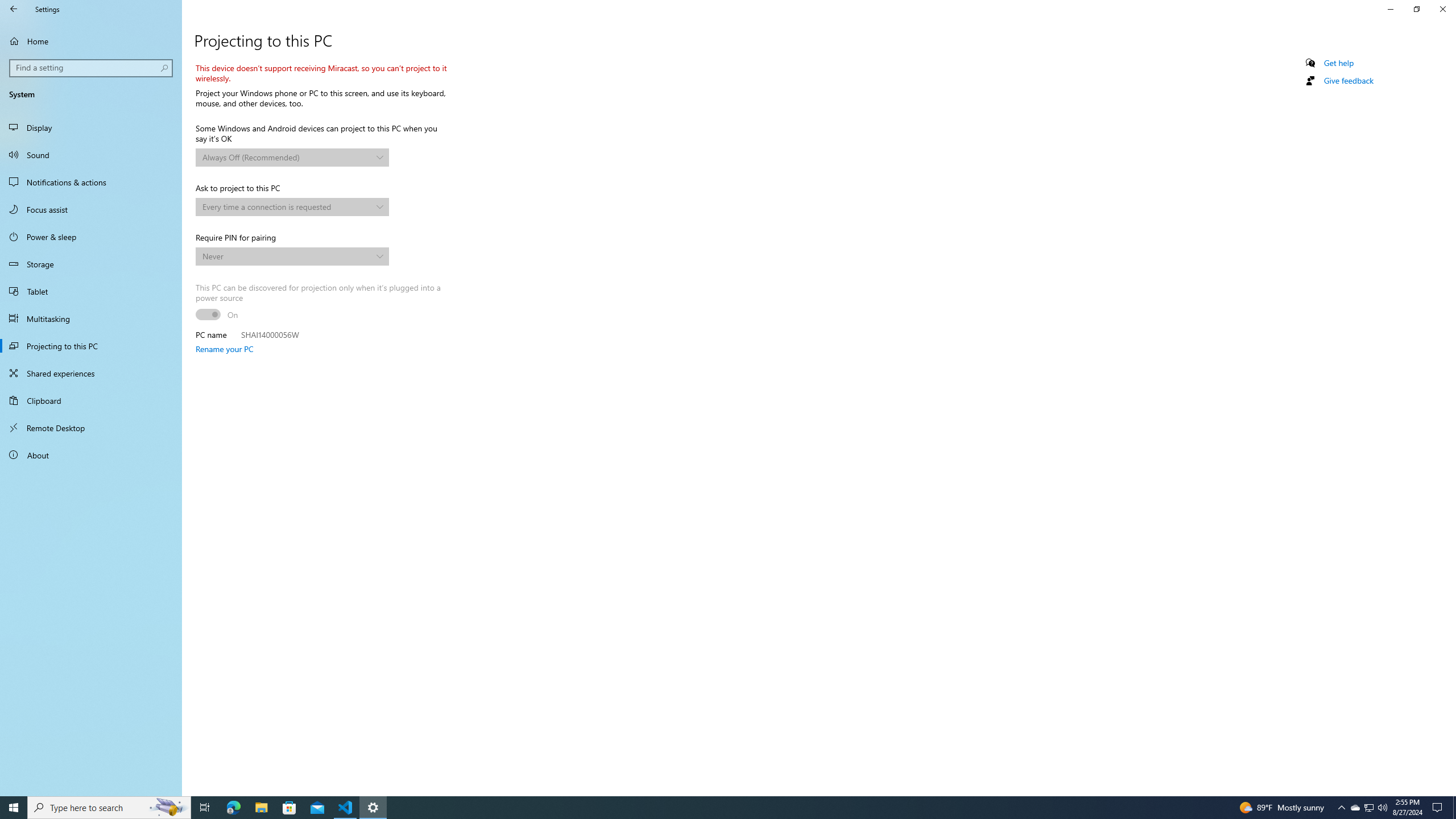 This screenshot has width=1456, height=819. I want to click on 'Get help', so click(1338, 63).